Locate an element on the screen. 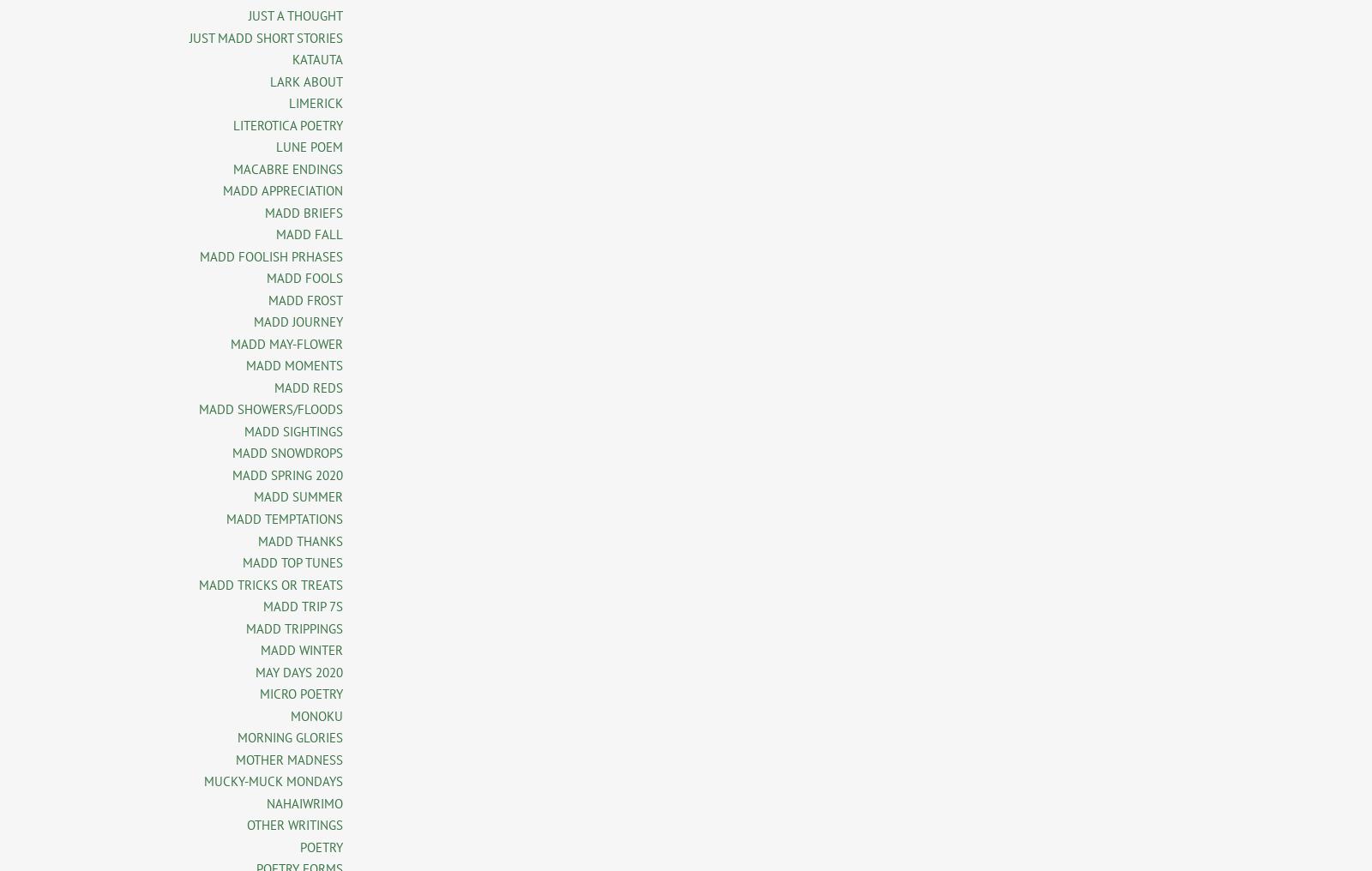  'MADD TRIPPINGS' is located at coordinates (294, 628).